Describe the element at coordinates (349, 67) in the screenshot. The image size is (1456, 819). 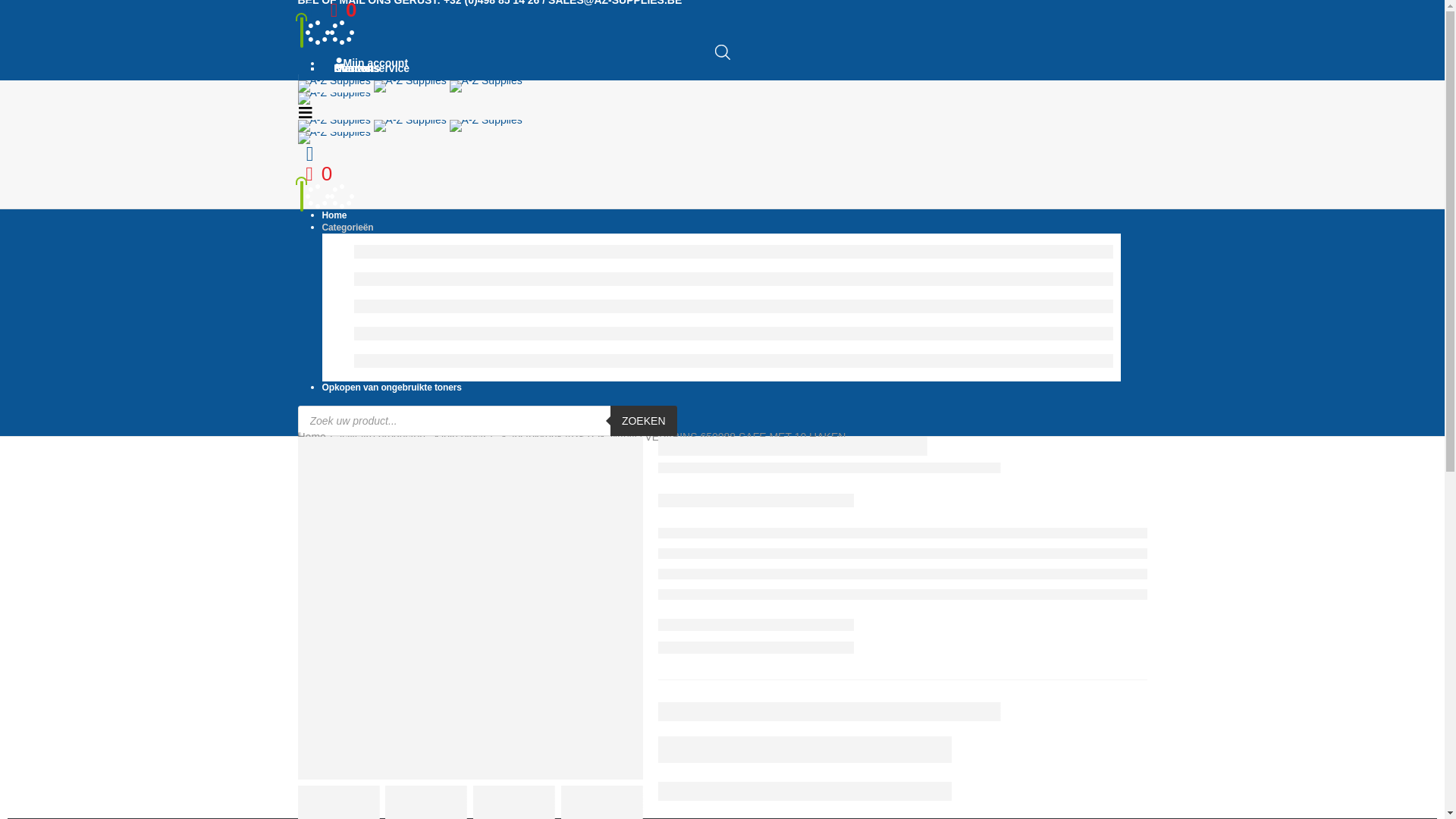
I see `'Contact'` at that location.